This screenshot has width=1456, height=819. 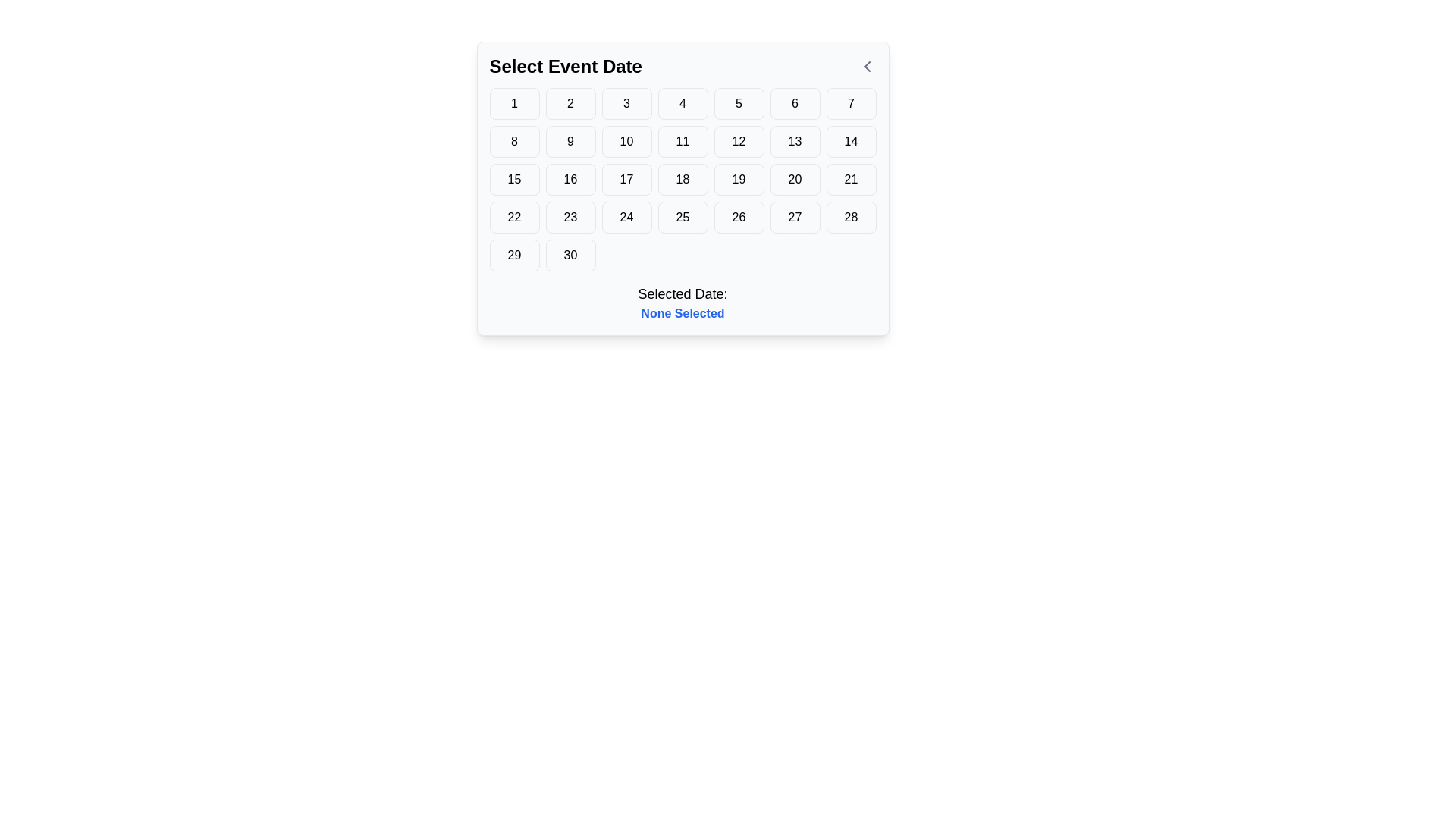 What do you see at coordinates (514, 217) in the screenshot?
I see `the button representing the date number '22' in the calendar-like date selection interface` at bounding box center [514, 217].